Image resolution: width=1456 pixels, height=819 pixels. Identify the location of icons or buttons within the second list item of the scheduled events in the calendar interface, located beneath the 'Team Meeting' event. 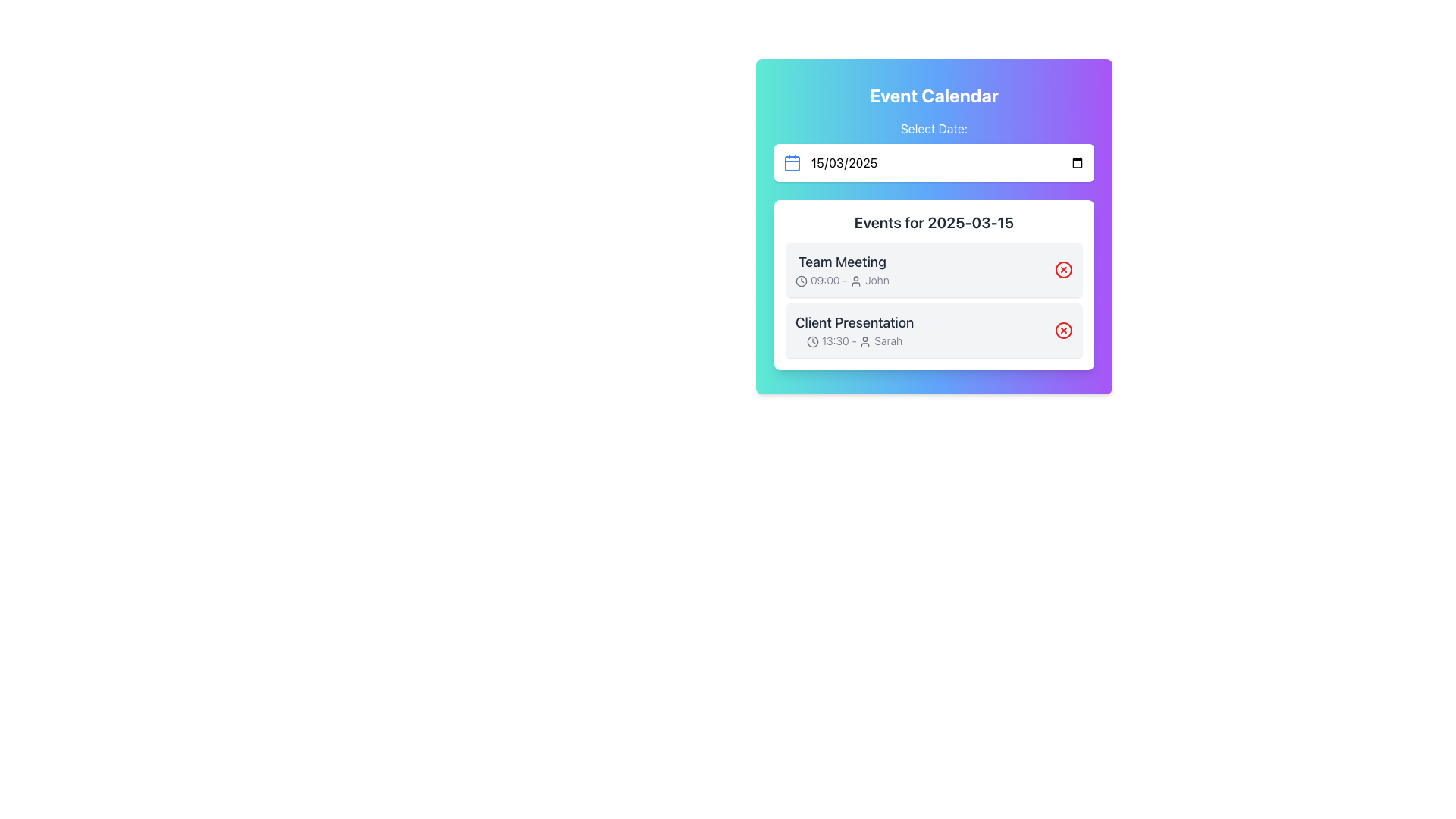
(855, 329).